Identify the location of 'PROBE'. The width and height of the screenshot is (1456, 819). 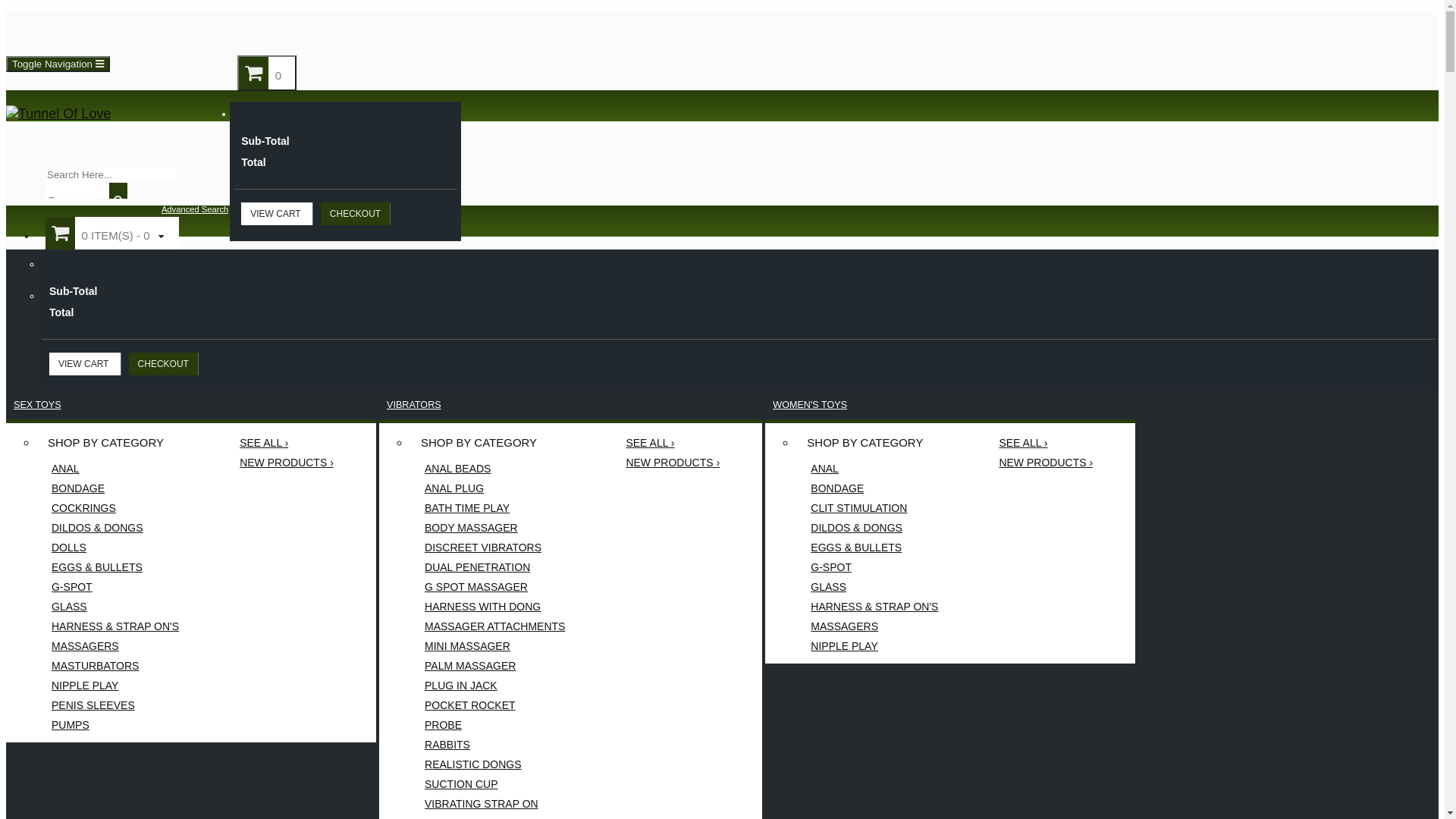
(409, 724).